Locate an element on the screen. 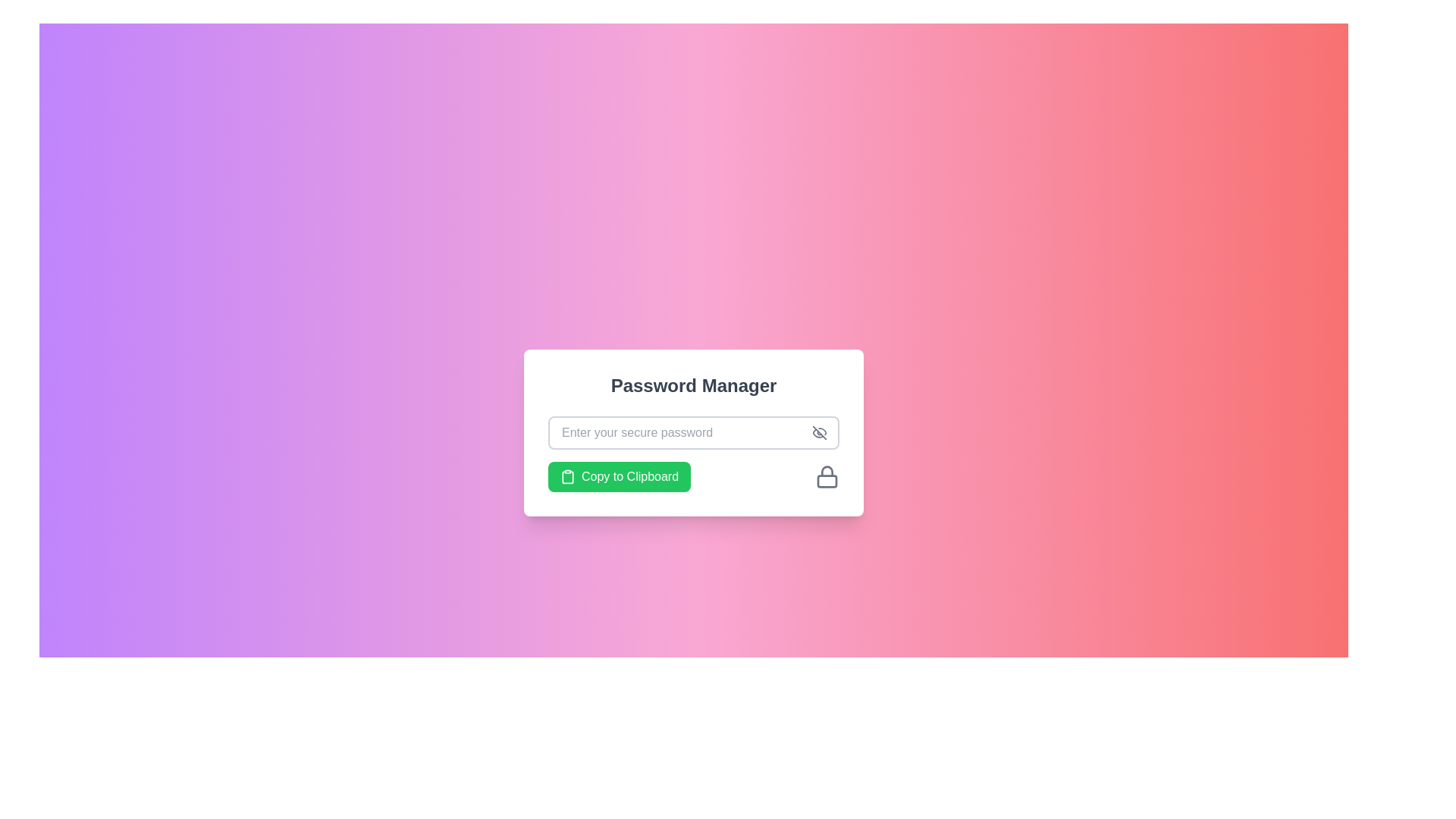  the Icon button located inside the 'Password Manager' component modal is located at coordinates (818, 432).